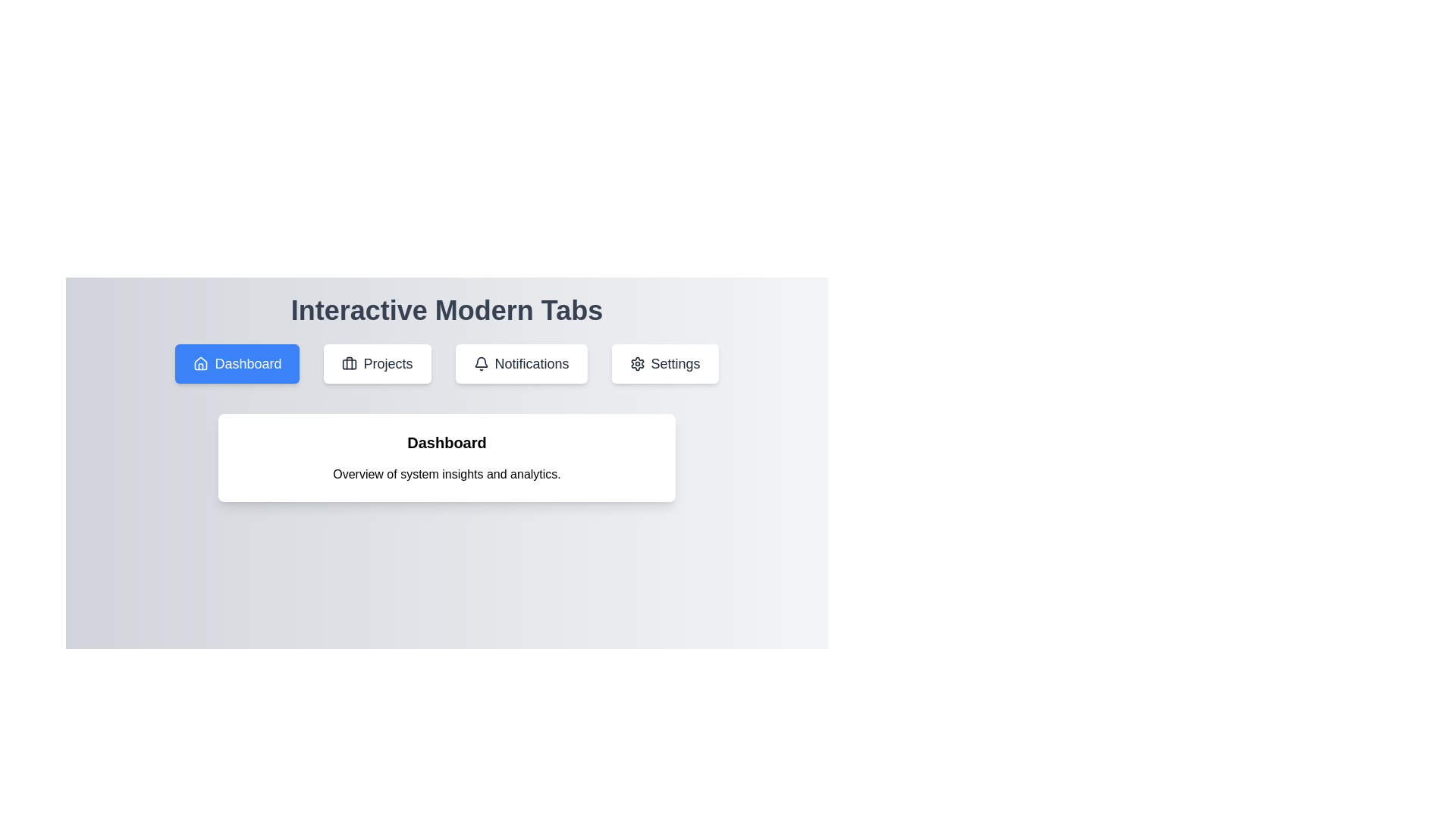 The width and height of the screenshot is (1456, 819). I want to click on the 'Projects' text label, which is styled in a bold font and located within a white rectangular button, positioned as the second item in a row of navigation buttons near the top of the interface, so click(388, 363).